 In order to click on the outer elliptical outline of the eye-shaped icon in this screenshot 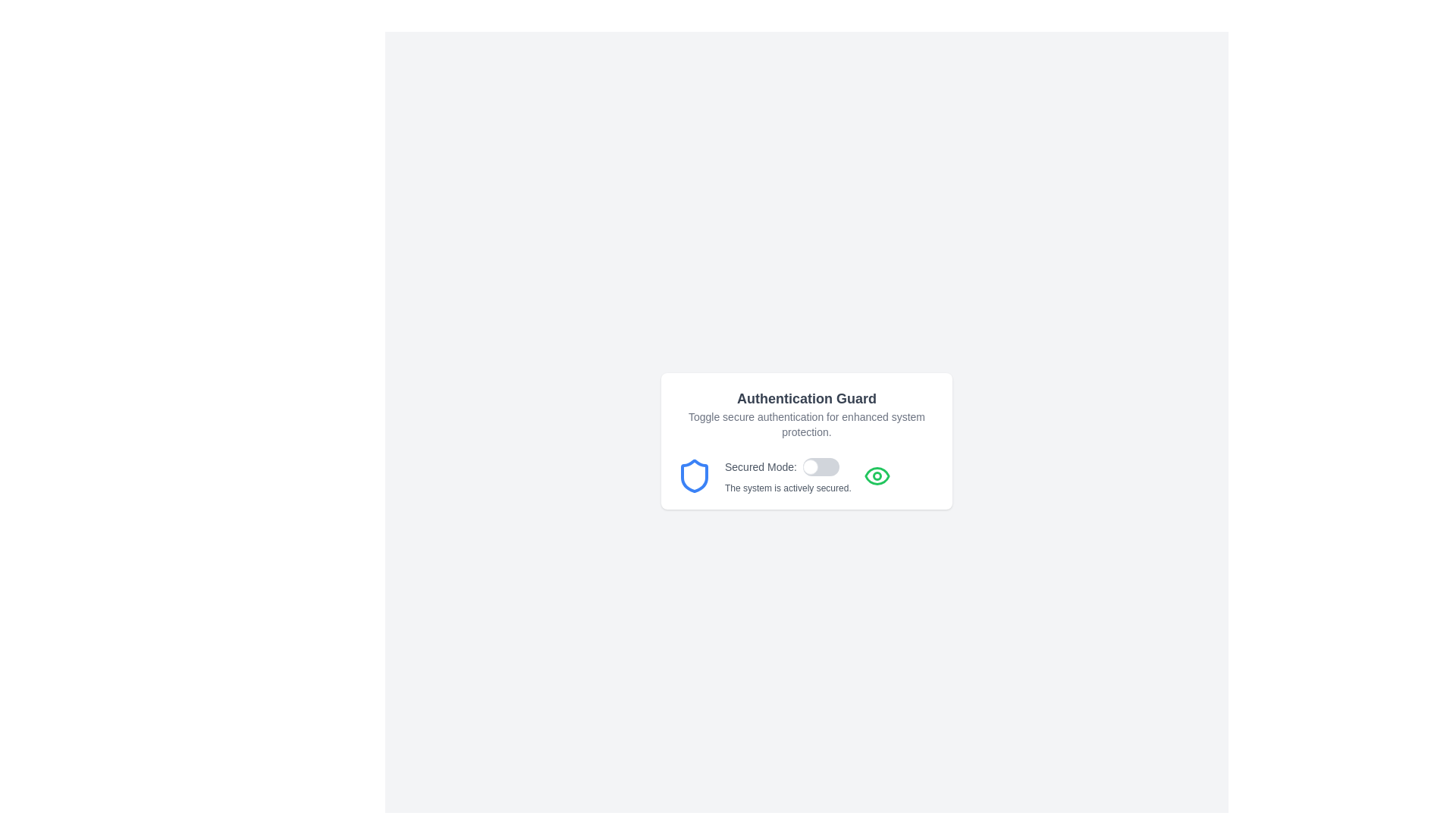, I will do `click(877, 475)`.